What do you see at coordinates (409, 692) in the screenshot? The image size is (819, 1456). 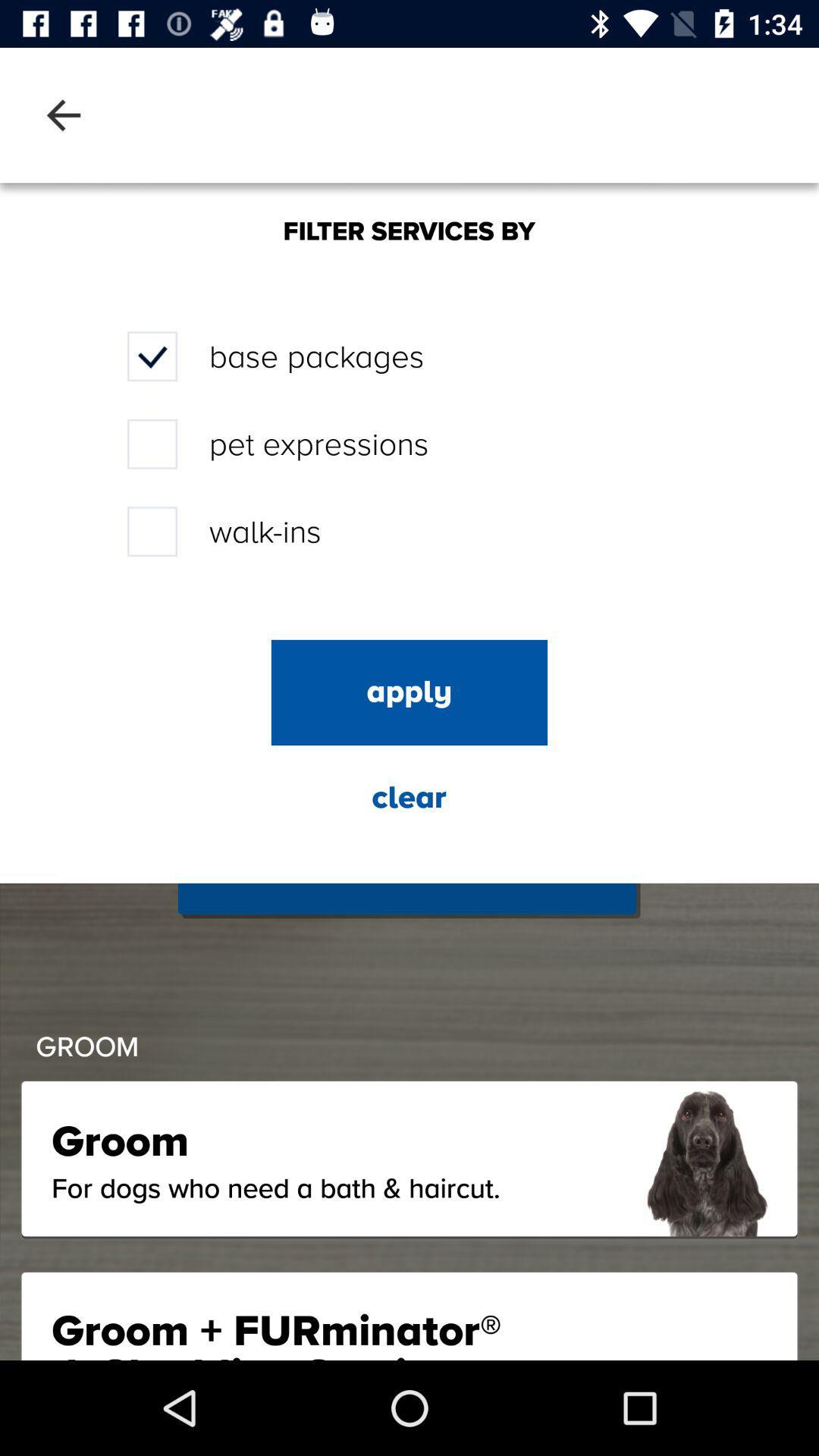 I see `the item below the walk-ins item` at bounding box center [409, 692].